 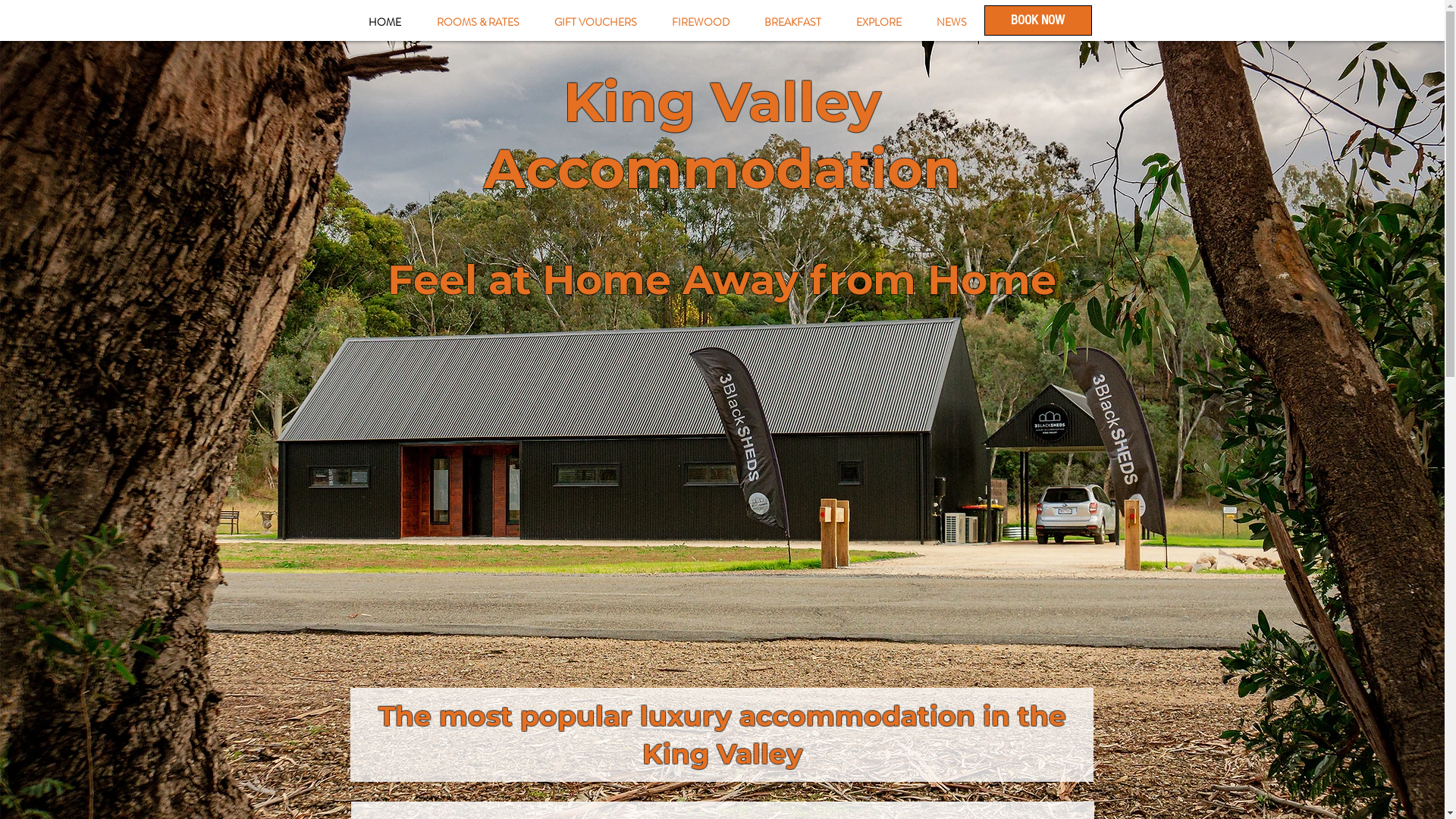 What do you see at coordinates (878, 22) in the screenshot?
I see `'EXPLORE'` at bounding box center [878, 22].